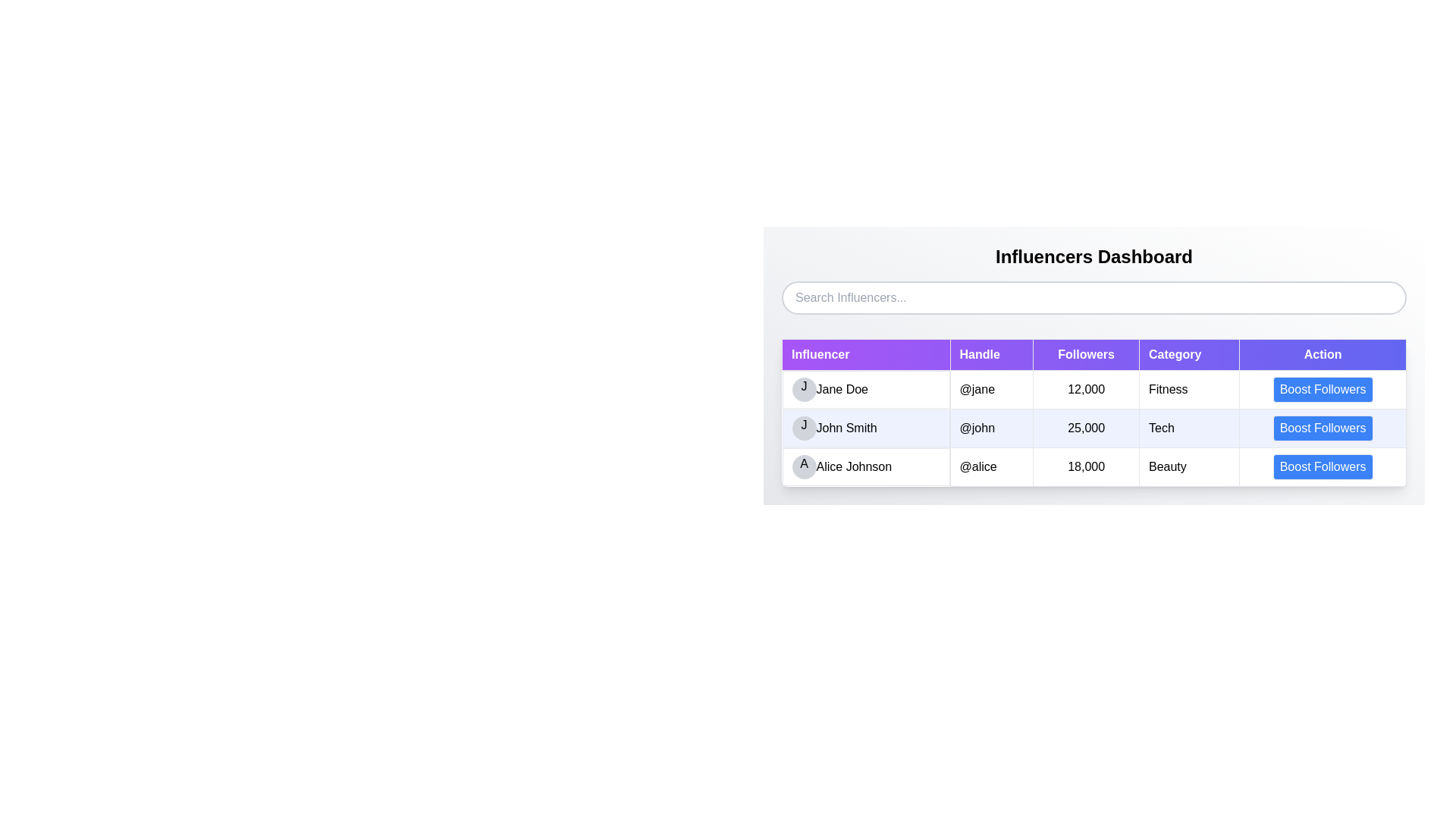 The image size is (1456, 819). I want to click on the static follower count display for 'John Smith' with handle '@john' in the 'Followers' column of the table, so click(1085, 428).